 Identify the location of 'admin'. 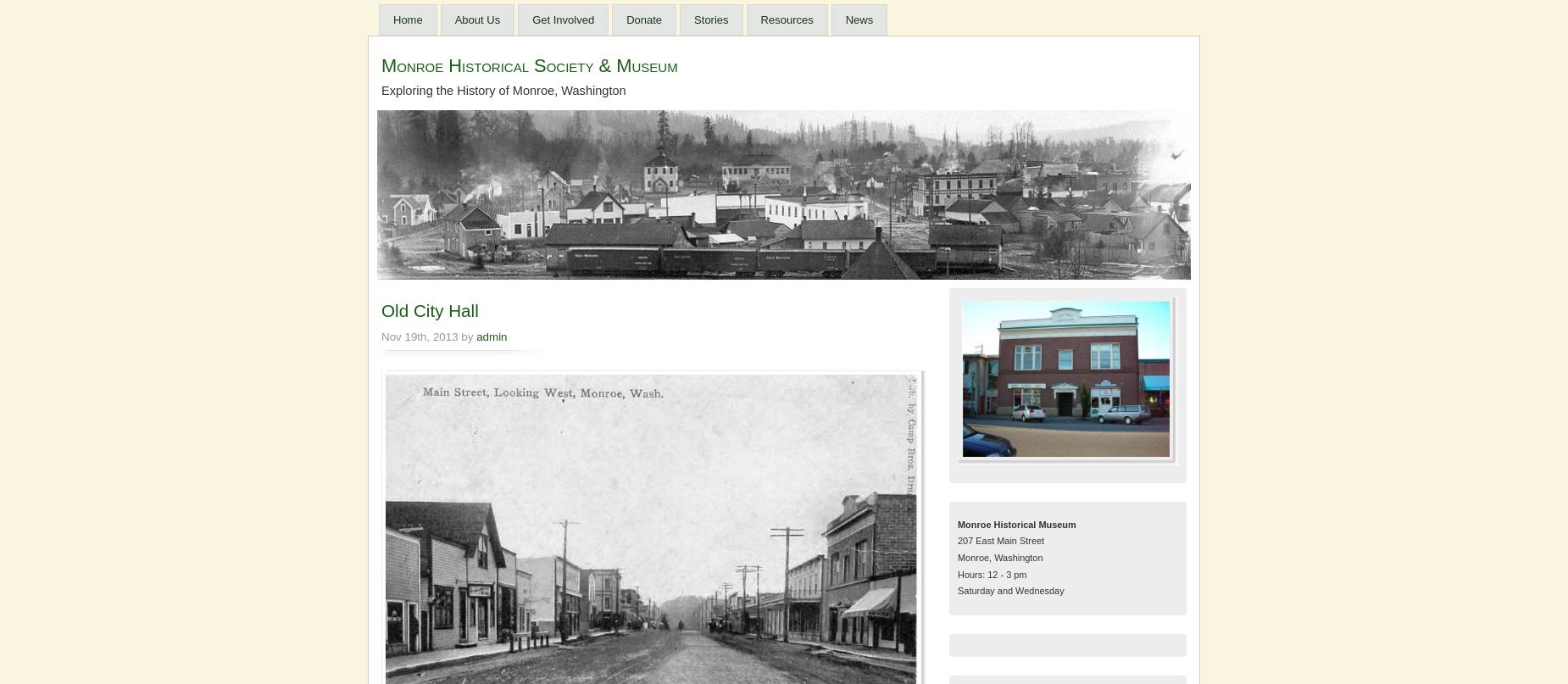
(491, 336).